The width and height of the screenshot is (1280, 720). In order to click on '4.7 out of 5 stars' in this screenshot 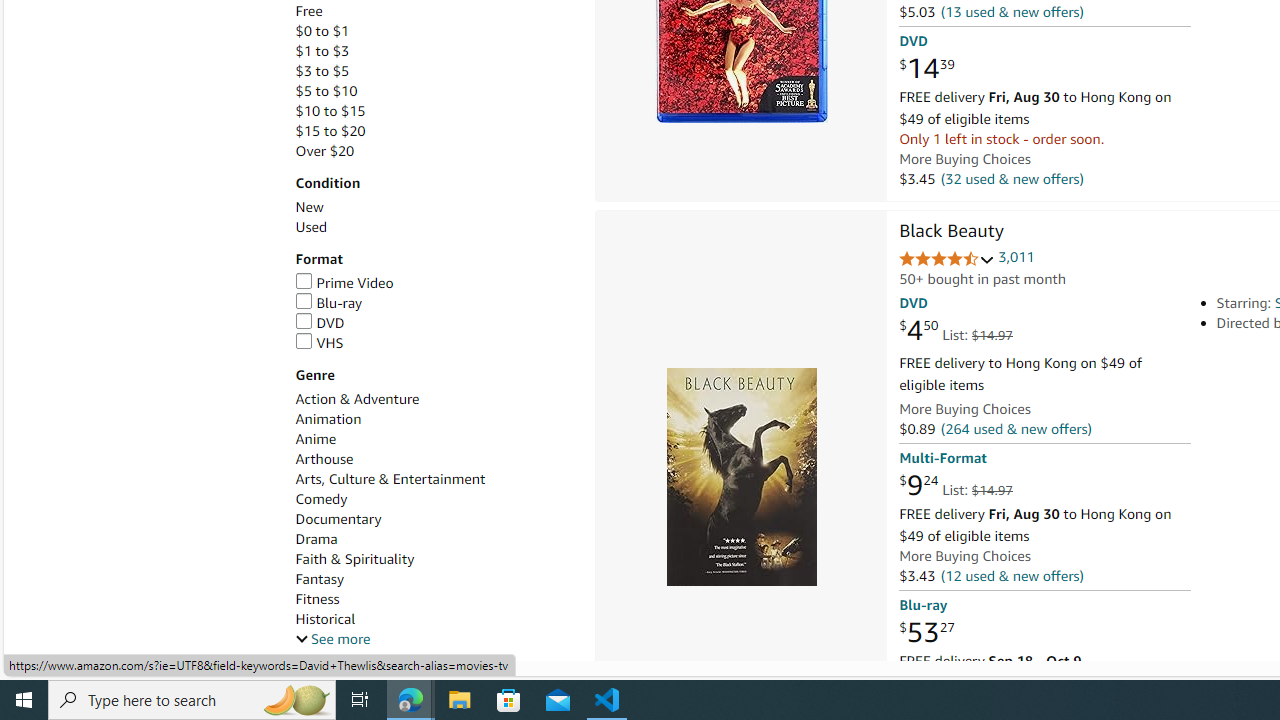, I will do `click(946, 258)`.